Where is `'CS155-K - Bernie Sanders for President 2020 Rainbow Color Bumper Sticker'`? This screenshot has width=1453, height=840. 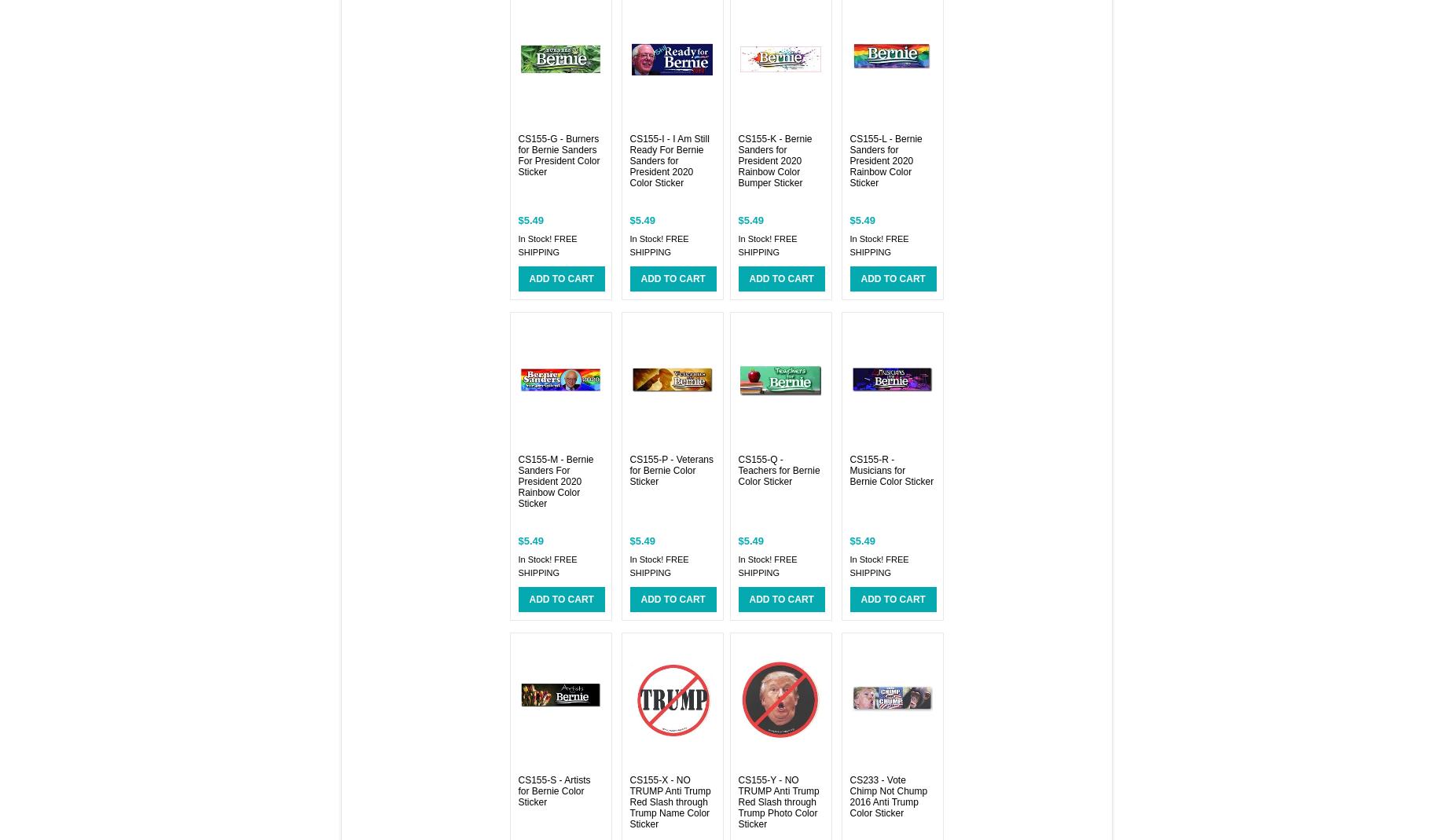 'CS155-K - Bernie Sanders for President 2020 Rainbow Color Bumper Sticker' is located at coordinates (737, 161).